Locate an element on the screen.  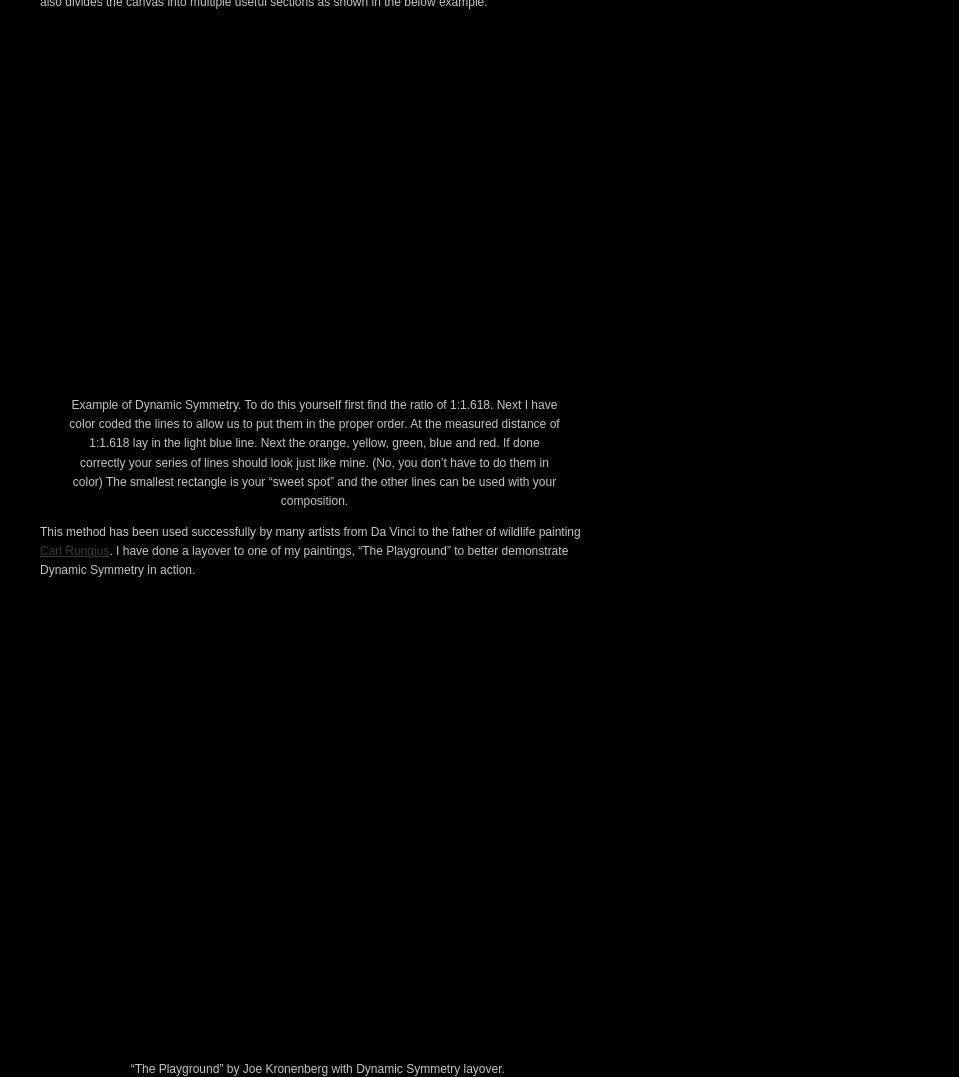
'called' is located at coordinates (146, 178).